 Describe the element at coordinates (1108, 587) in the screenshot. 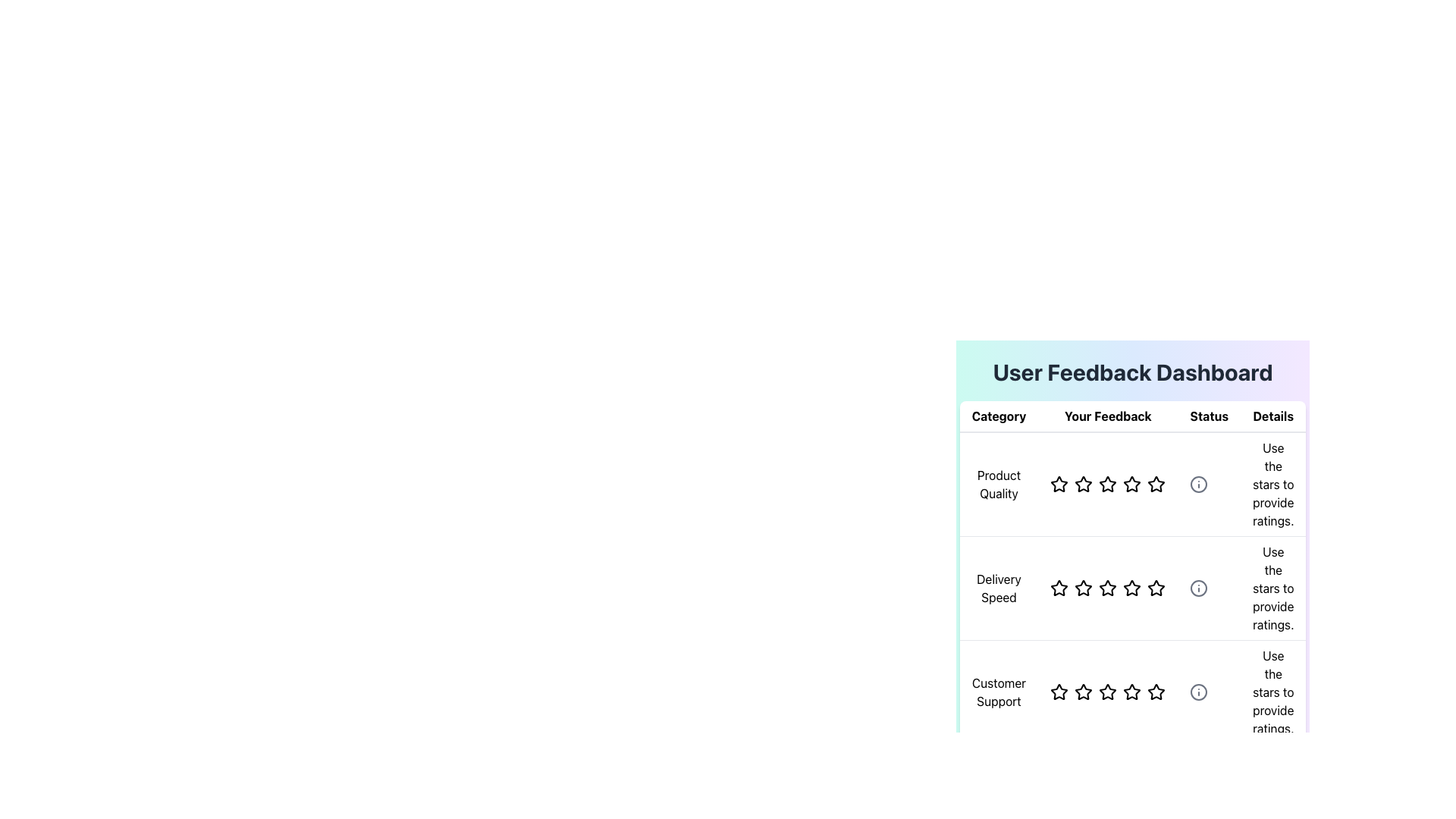

I see `the third star in the second row of the 'Delivery Speed' feedback section` at that location.